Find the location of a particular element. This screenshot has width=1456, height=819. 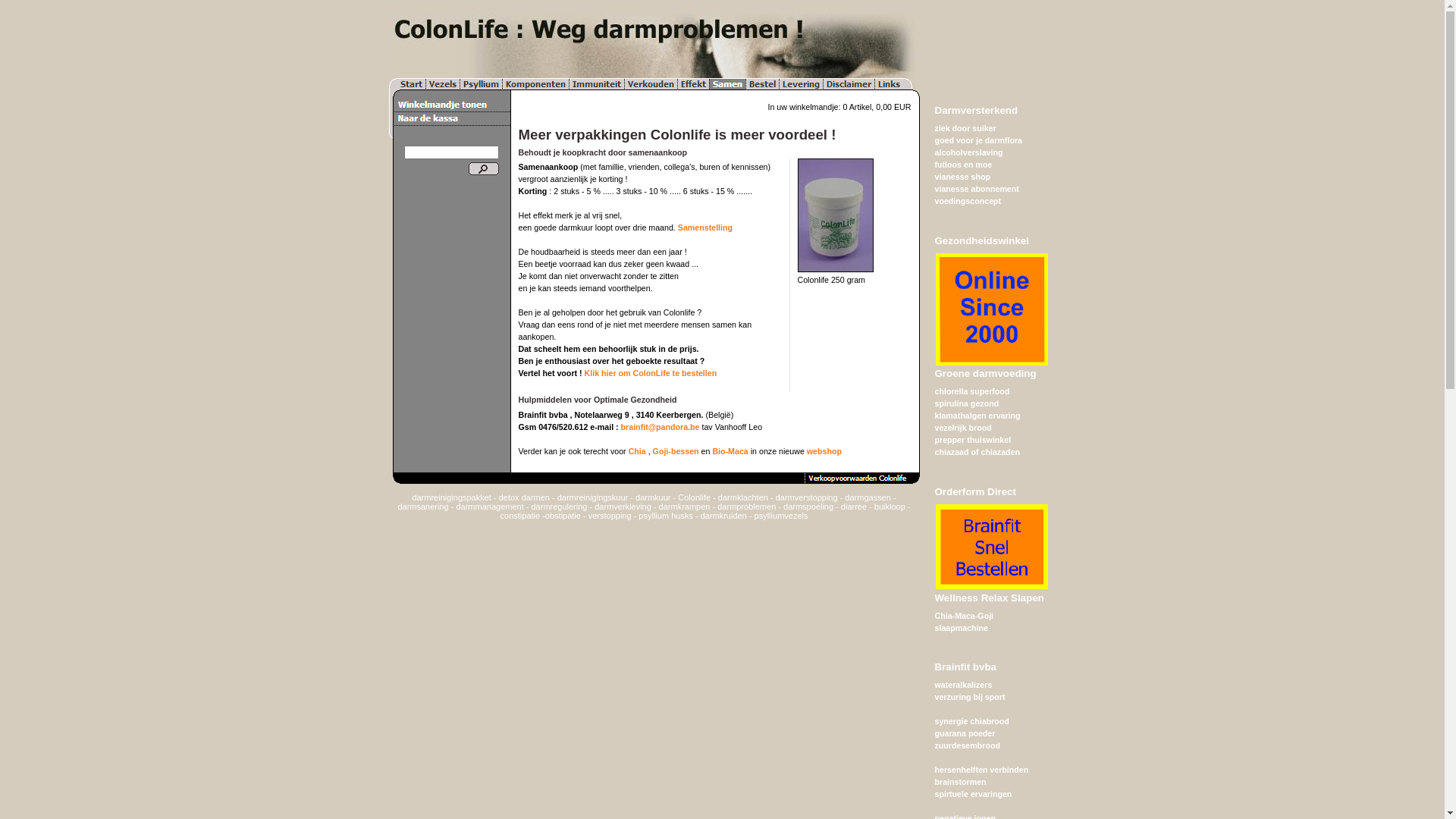

'Chia-Maca-Goji' is located at coordinates (963, 616).